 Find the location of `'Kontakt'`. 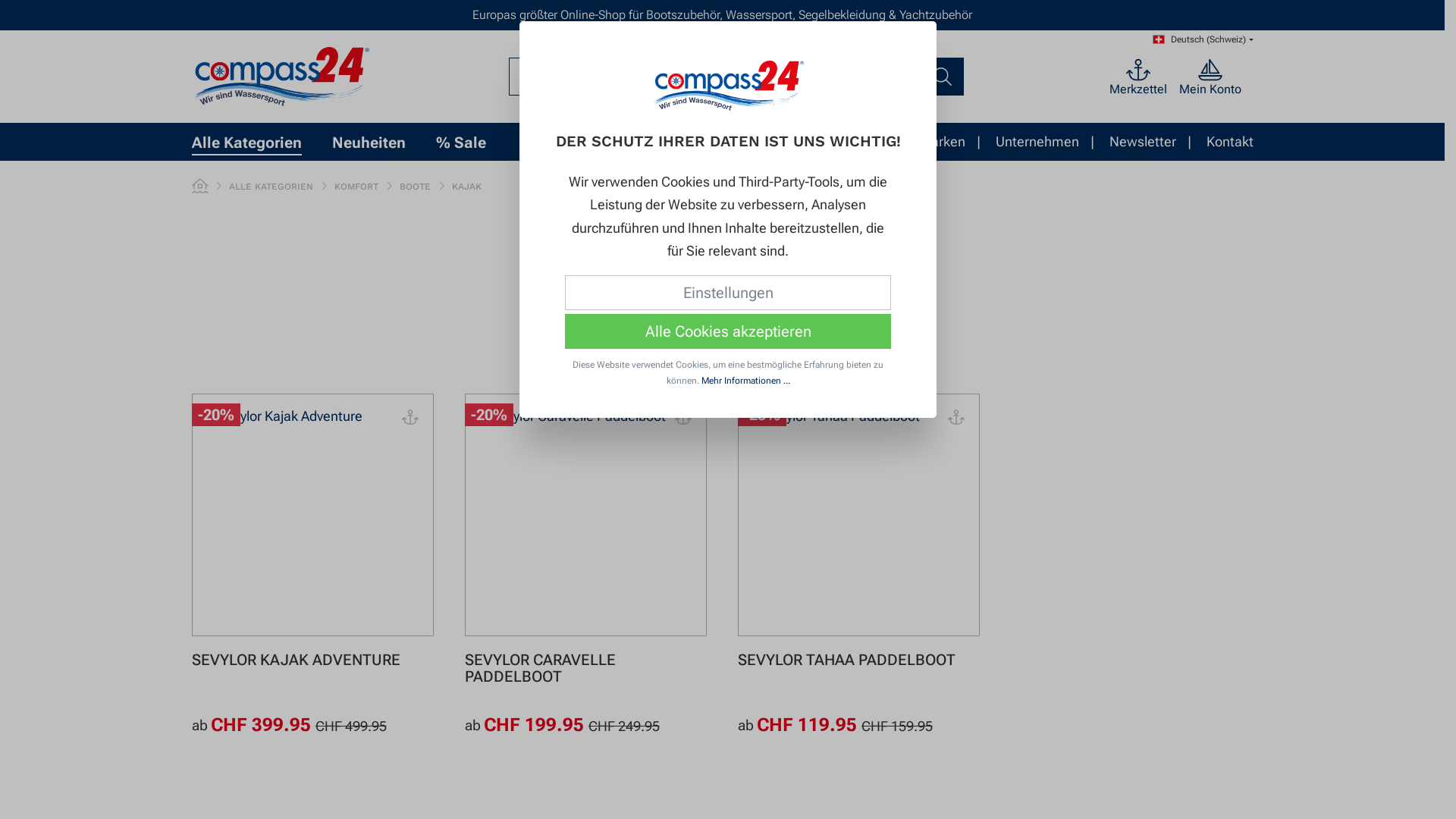

'Kontakt' is located at coordinates (1229, 141).